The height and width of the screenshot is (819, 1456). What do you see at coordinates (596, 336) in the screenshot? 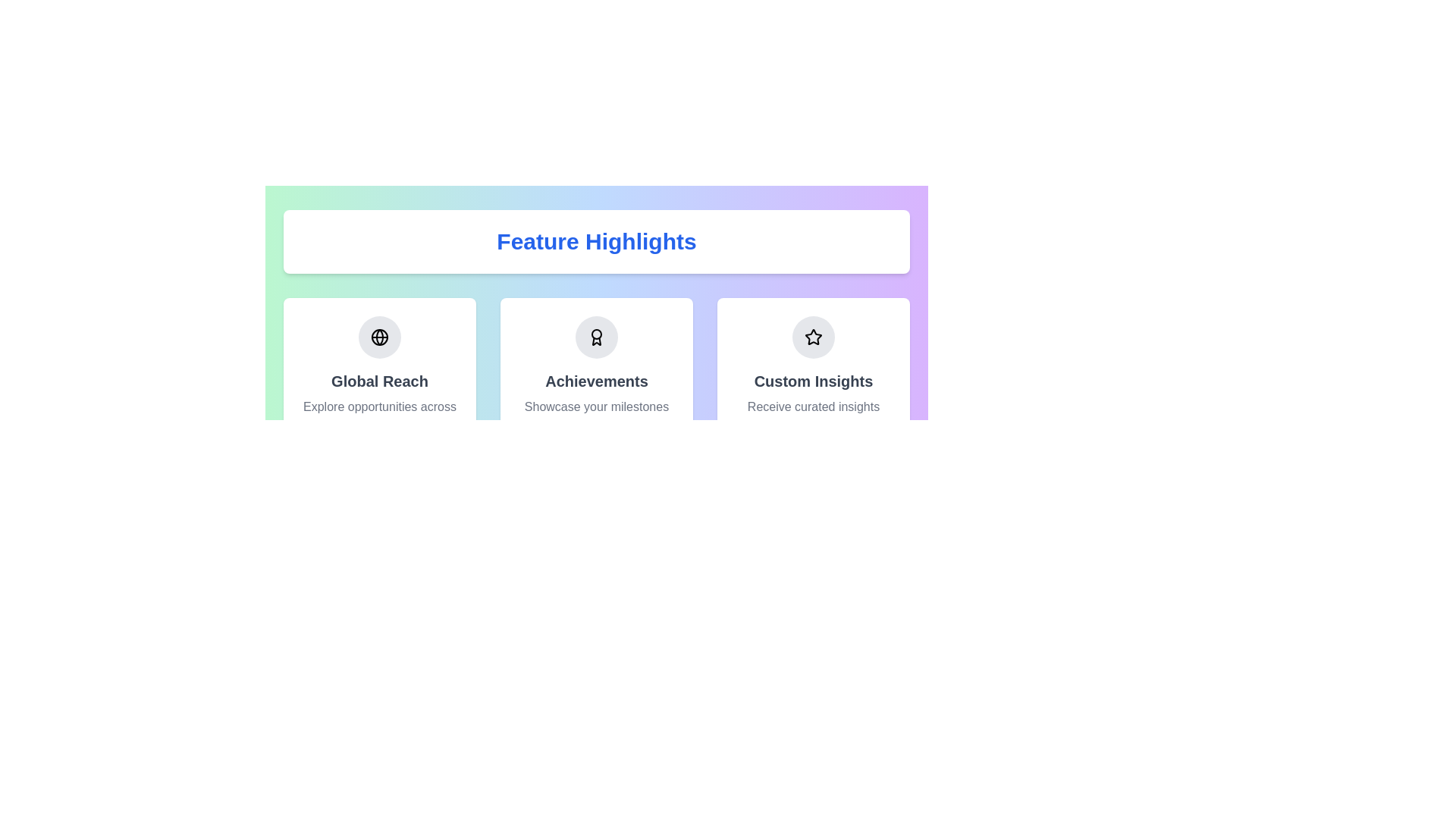
I see `the award ribbon icon located centrally within the 'Achievements' card, which is the second of three horizontally arranged feature cards under the 'Feature Highlights' section` at bounding box center [596, 336].